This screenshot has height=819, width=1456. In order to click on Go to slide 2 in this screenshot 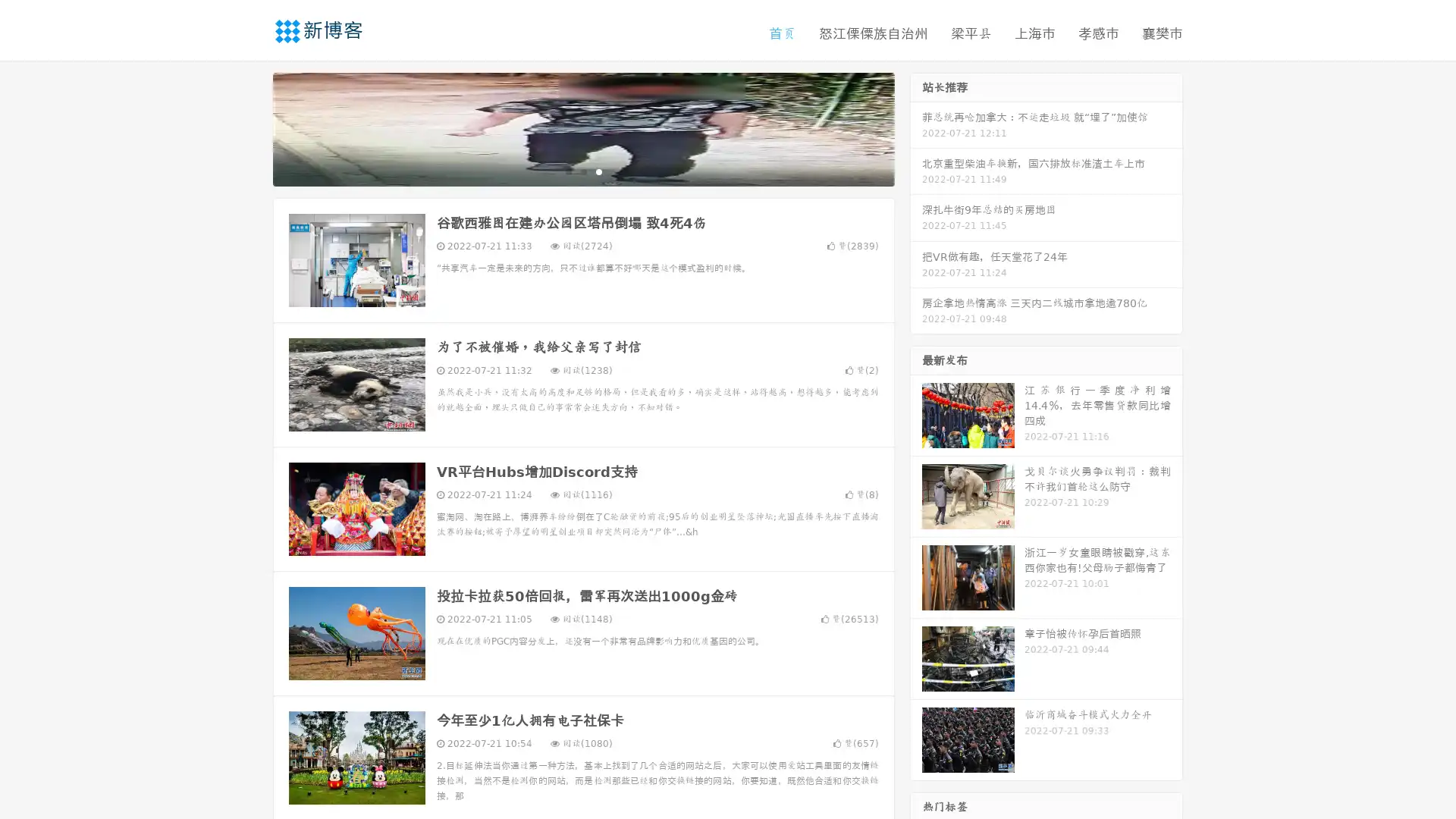, I will do `click(582, 171)`.